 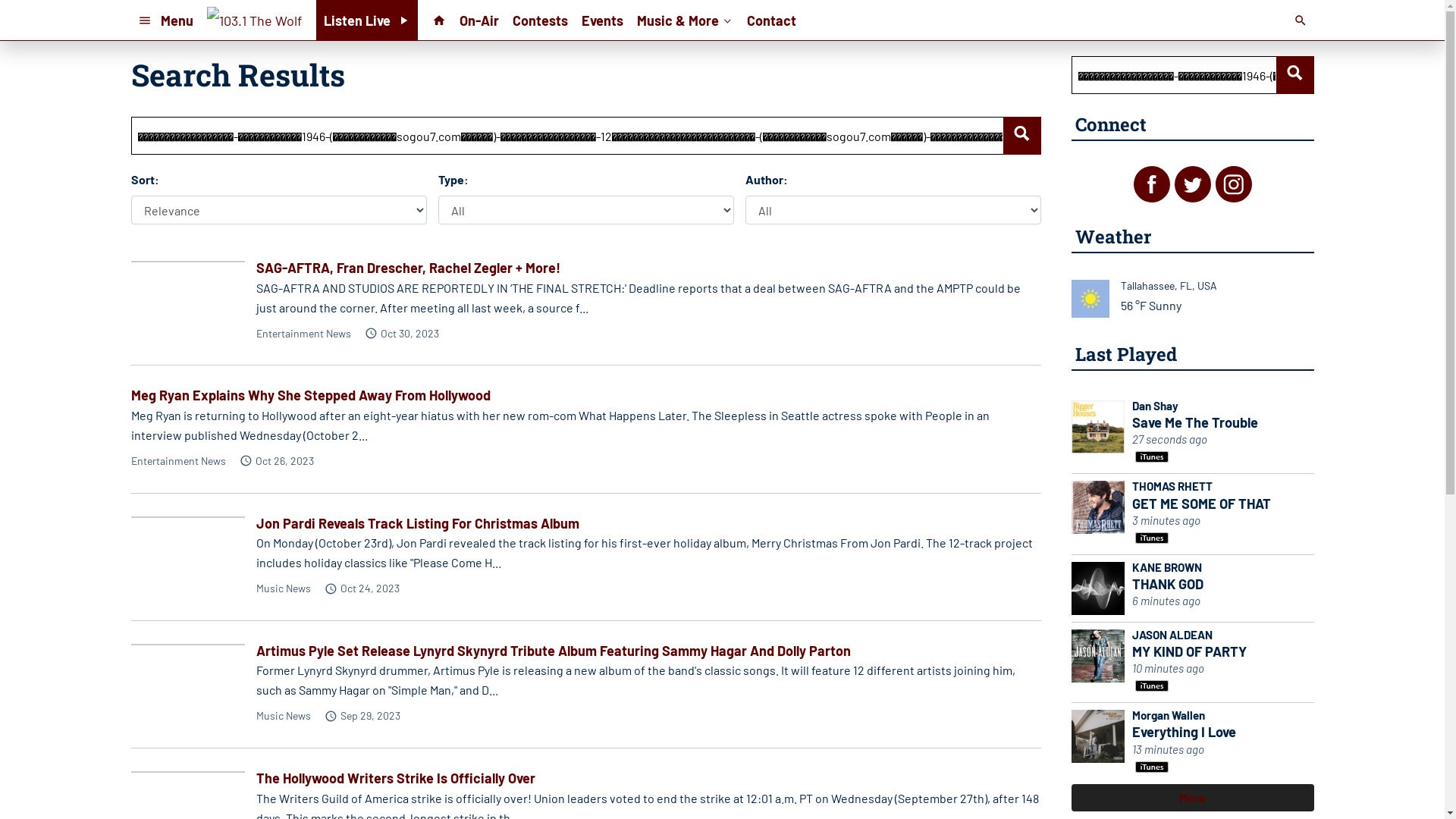 I want to click on 'More', so click(x=1191, y=797).